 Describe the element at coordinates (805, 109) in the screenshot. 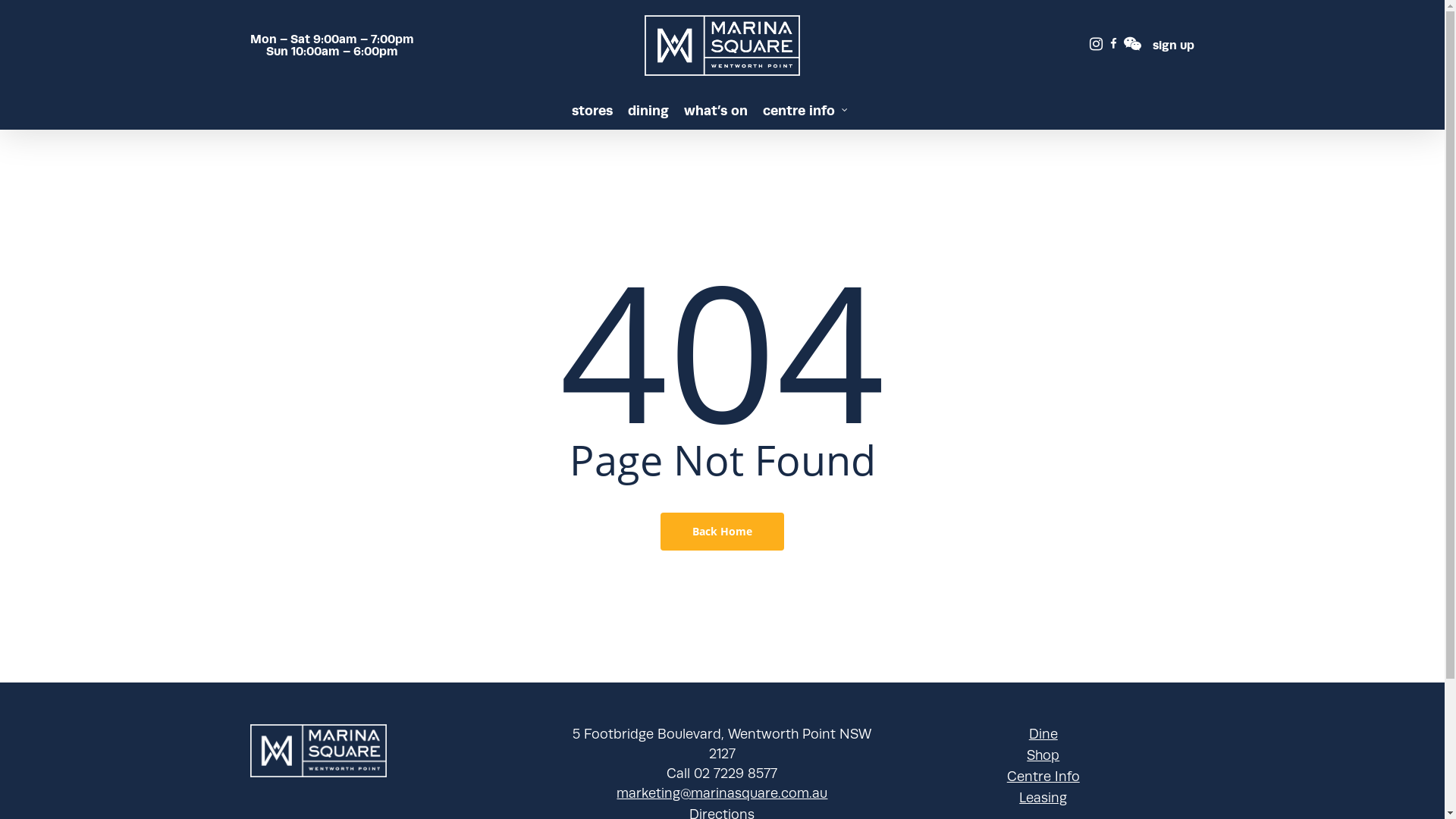

I see `'centre info'` at that location.